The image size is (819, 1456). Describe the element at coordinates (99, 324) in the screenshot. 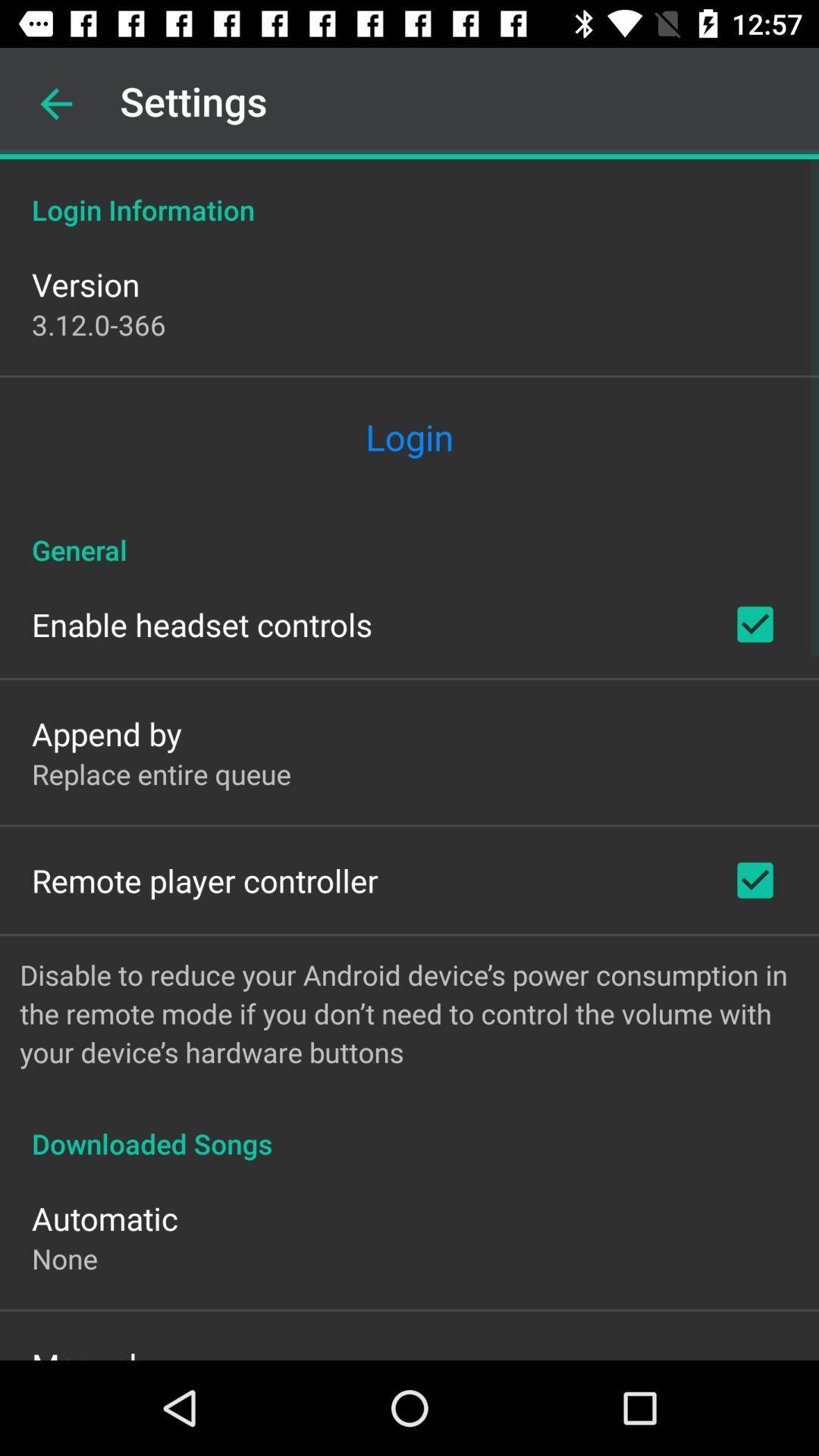

I see `the icon below version icon` at that location.